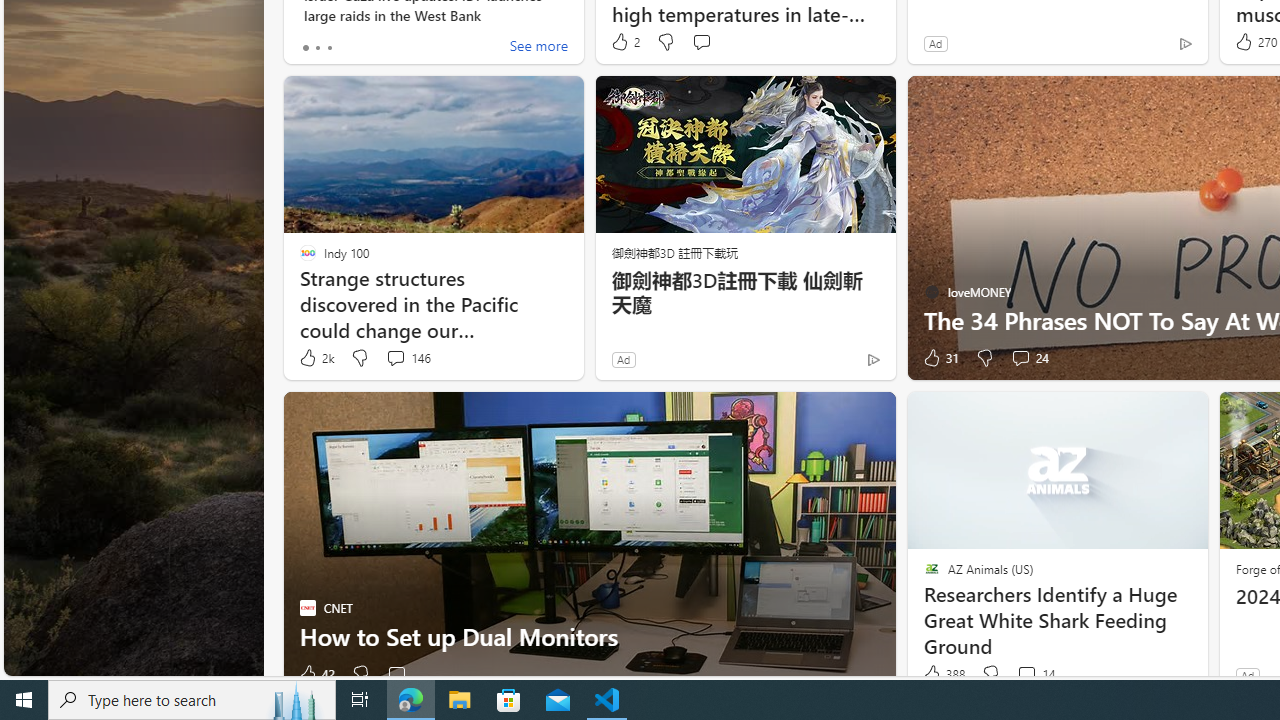 The image size is (1280, 720). What do you see at coordinates (1026, 673) in the screenshot?
I see `'View comments 14 Comment'` at bounding box center [1026, 673].